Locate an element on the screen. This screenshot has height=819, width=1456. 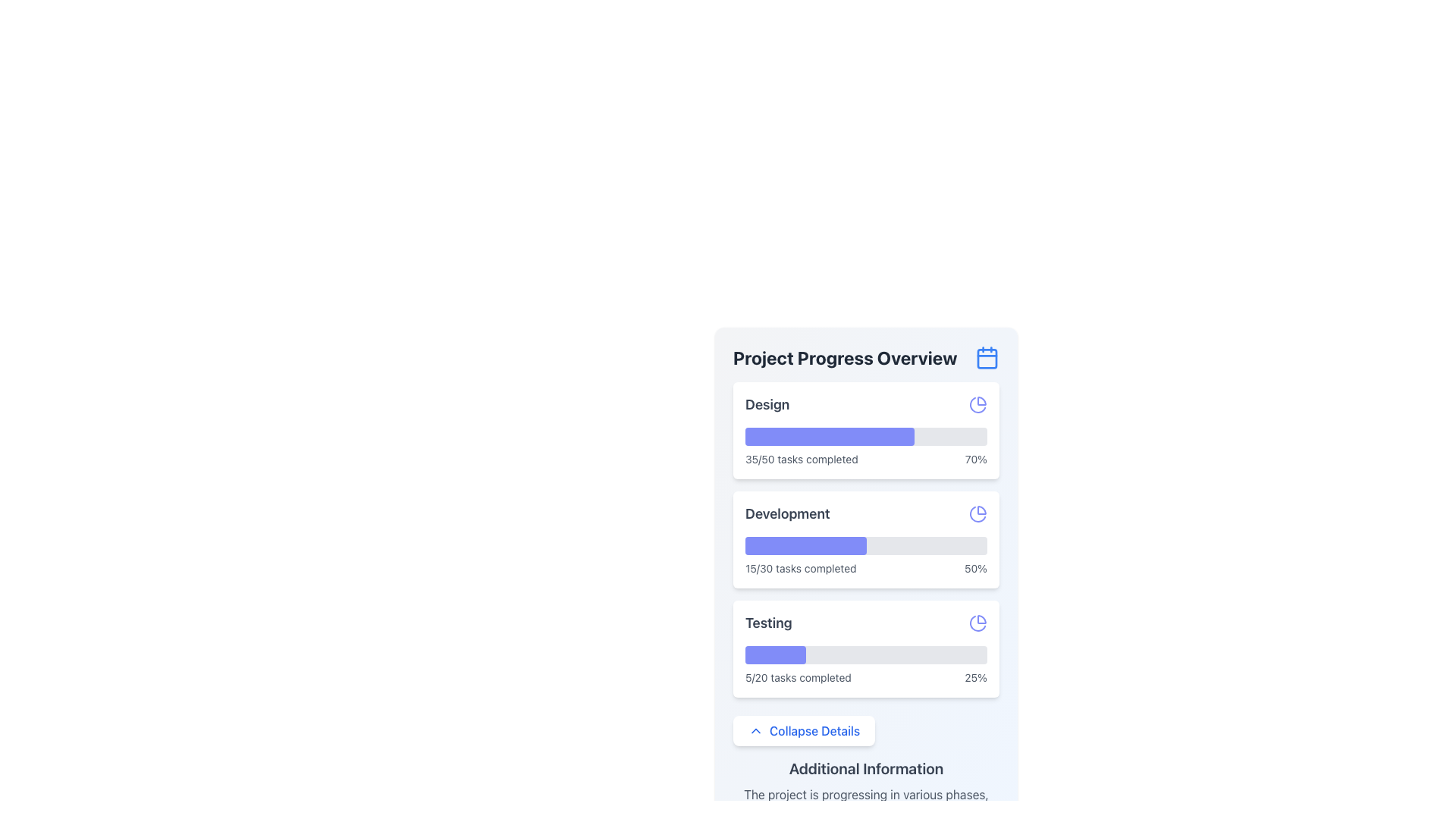
the pie chart icon located in the 'Design' category section of the project progress overview, which is aligned to the right side of the row next to the text 'Design' is located at coordinates (978, 403).